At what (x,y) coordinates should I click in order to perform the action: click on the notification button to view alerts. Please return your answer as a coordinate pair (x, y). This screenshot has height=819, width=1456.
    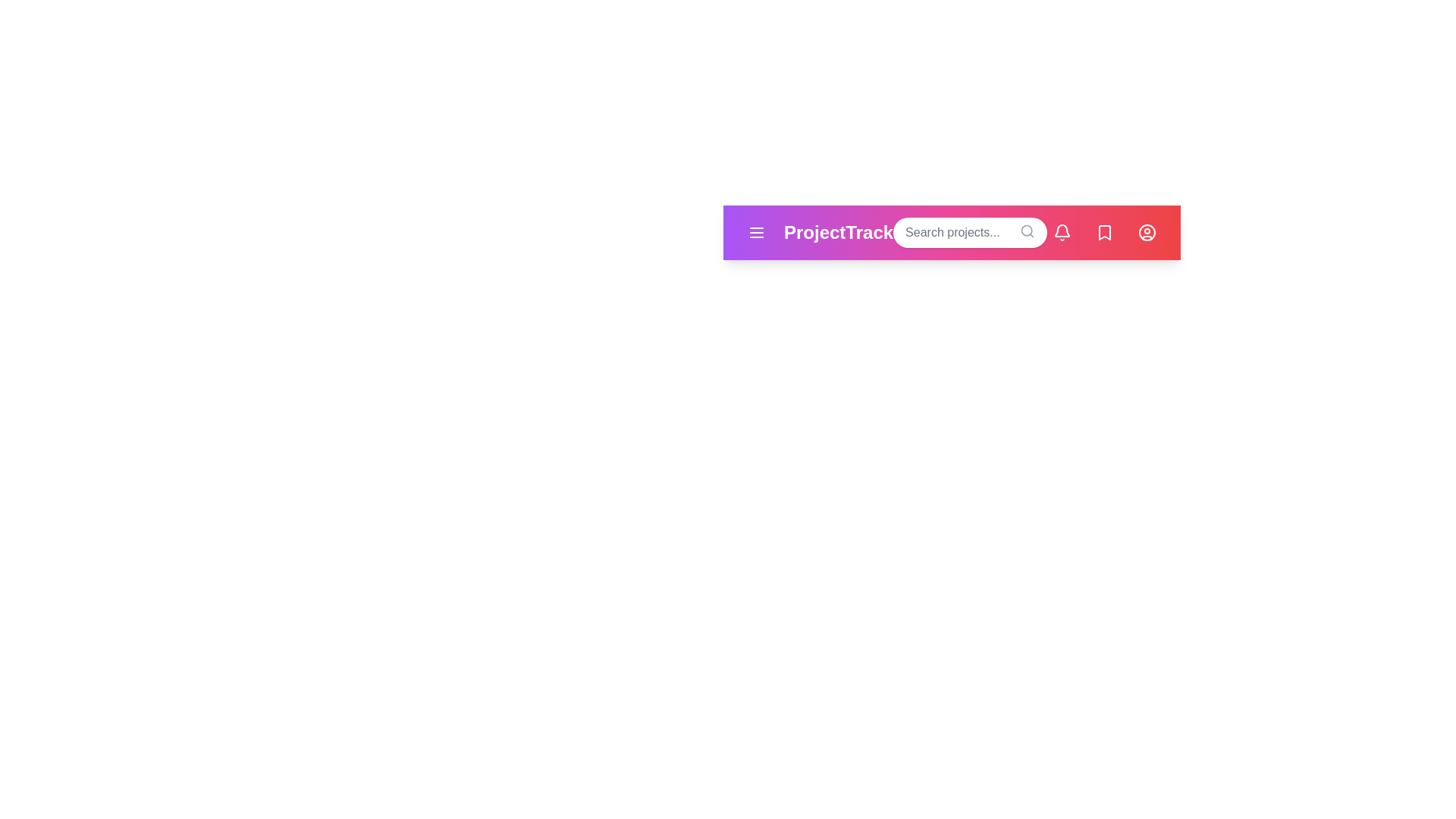
    Looking at the image, I should click on (1062, 233).